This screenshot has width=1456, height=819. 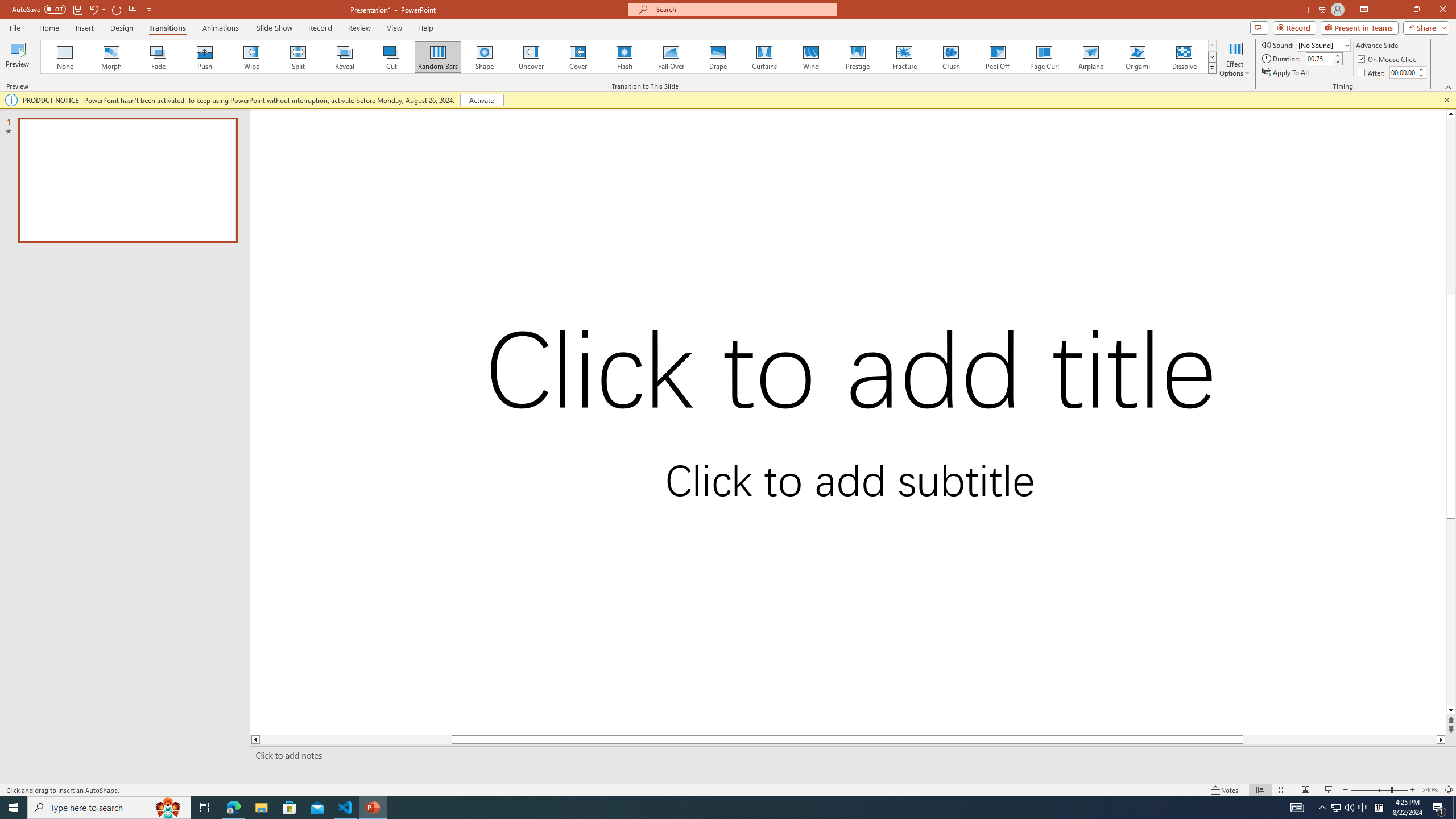 What do you see at coordinates (1446, 100) in the screenshot?
I see `'Close this message'` at bounding box center [1446, 100].